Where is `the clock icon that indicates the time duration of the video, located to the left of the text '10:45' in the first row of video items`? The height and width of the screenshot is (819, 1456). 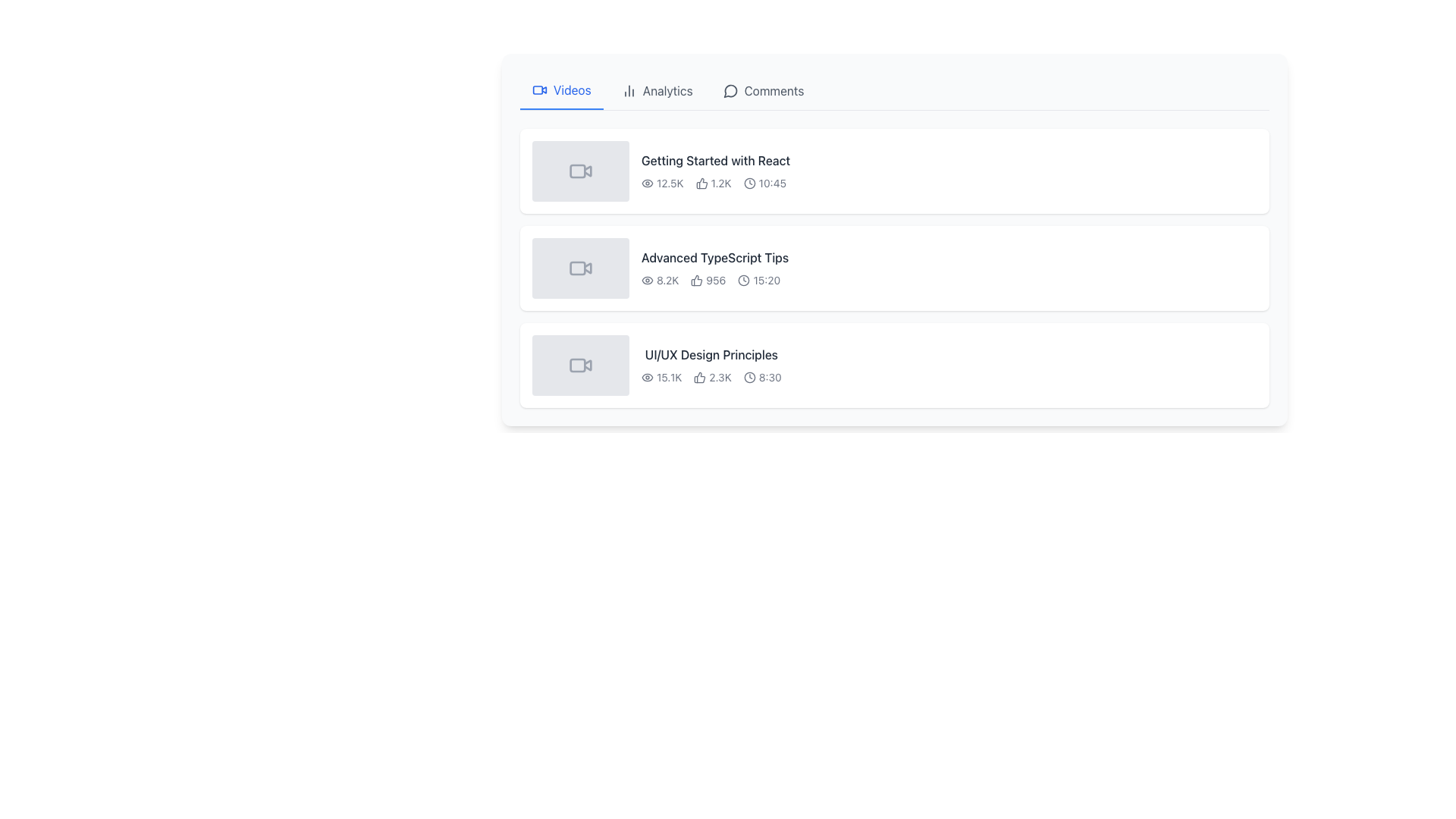
the clock icon that indicates the time duration of the video, located to the left of the text '10:45' in the first row of video items is located at coordinates (749, 183).